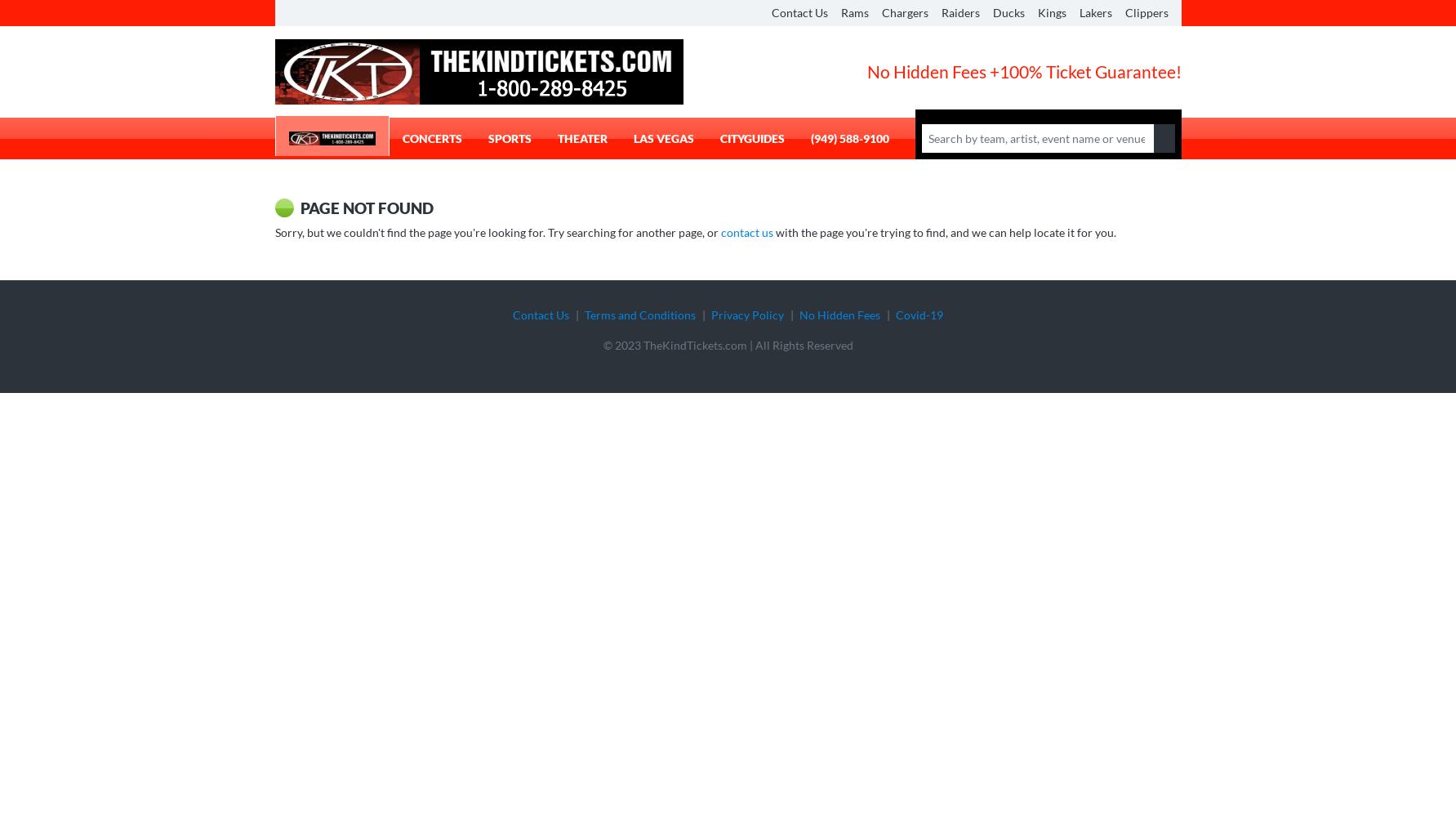 This screenshot has height=817, width=1456. I want to click on 'contact us', so click(745, 231).